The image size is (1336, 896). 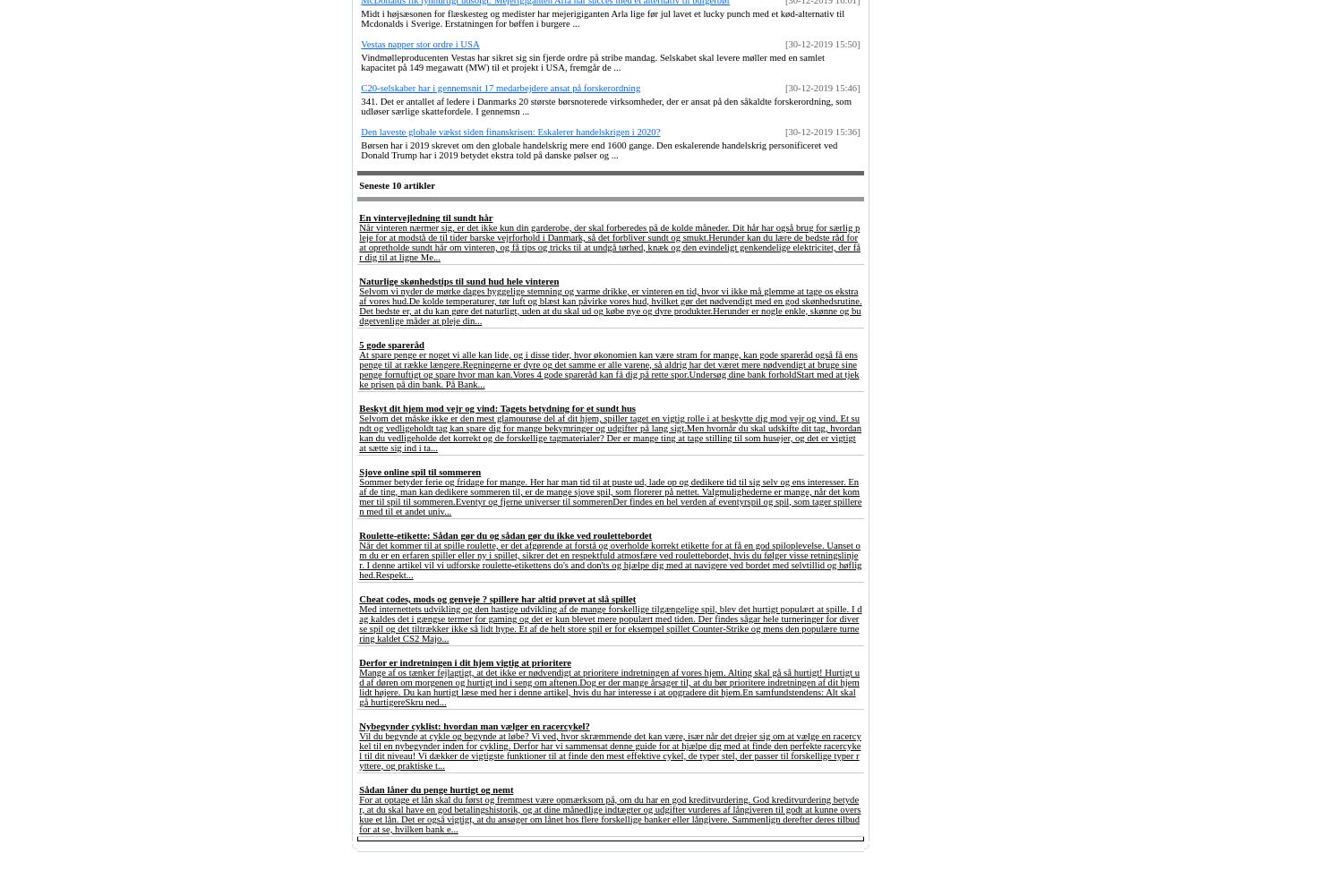 What do you see at coordinates (359, 18) in the screenshot?
I see `'Midt i højsæsonen for flæskesteg og medister har mejerigiganten Arla lige før jul lavet et lucky punch med et kød-alternativ til Mcdonalds i Sverige.
Erstatningen for bøffen i burgere ...'` at bounding box center [359, 18].